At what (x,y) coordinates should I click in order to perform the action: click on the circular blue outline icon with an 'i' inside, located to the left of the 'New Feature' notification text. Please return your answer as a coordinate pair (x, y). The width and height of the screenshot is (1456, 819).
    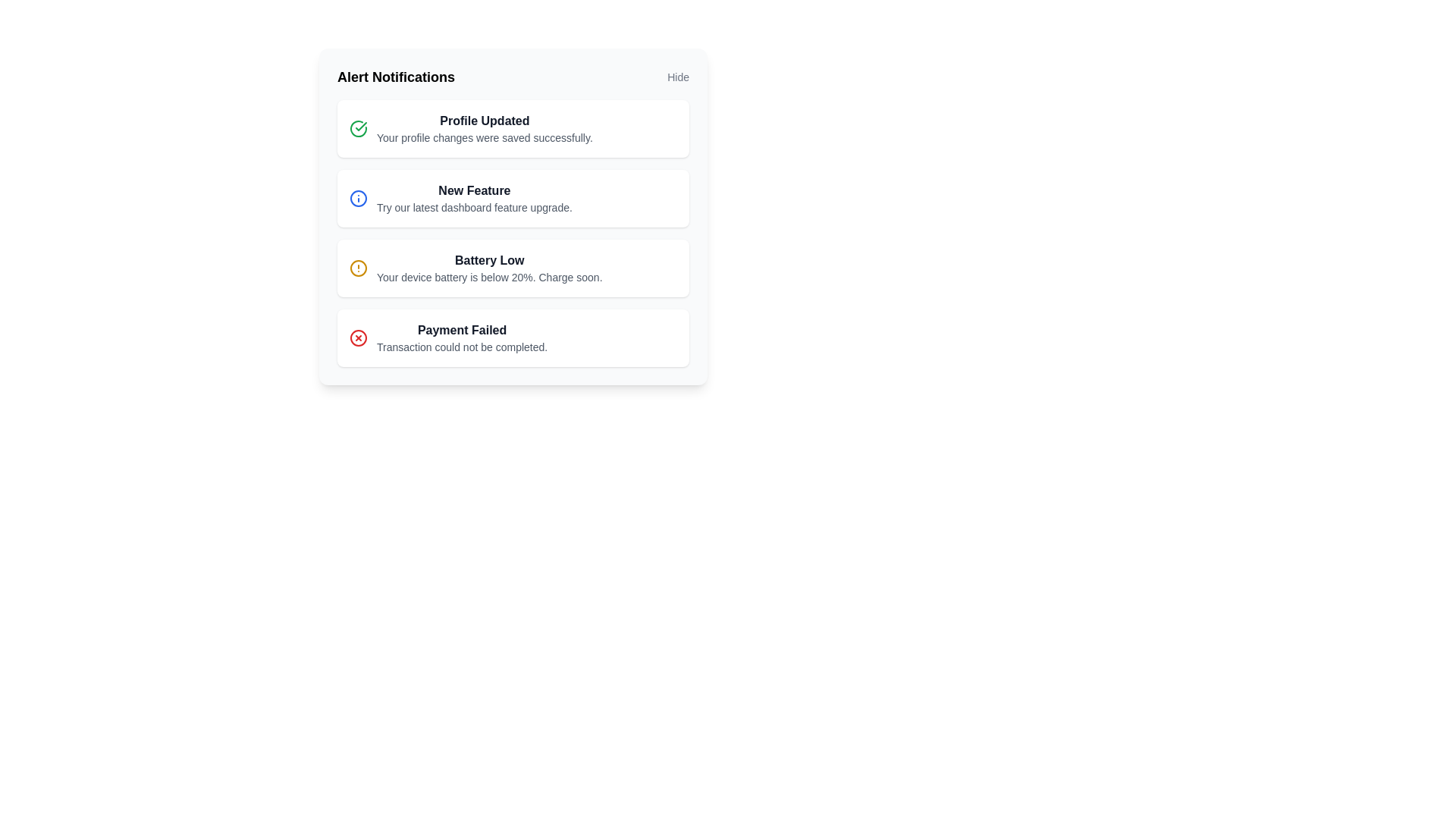
    Looking at the image, I should click on (358, 198).